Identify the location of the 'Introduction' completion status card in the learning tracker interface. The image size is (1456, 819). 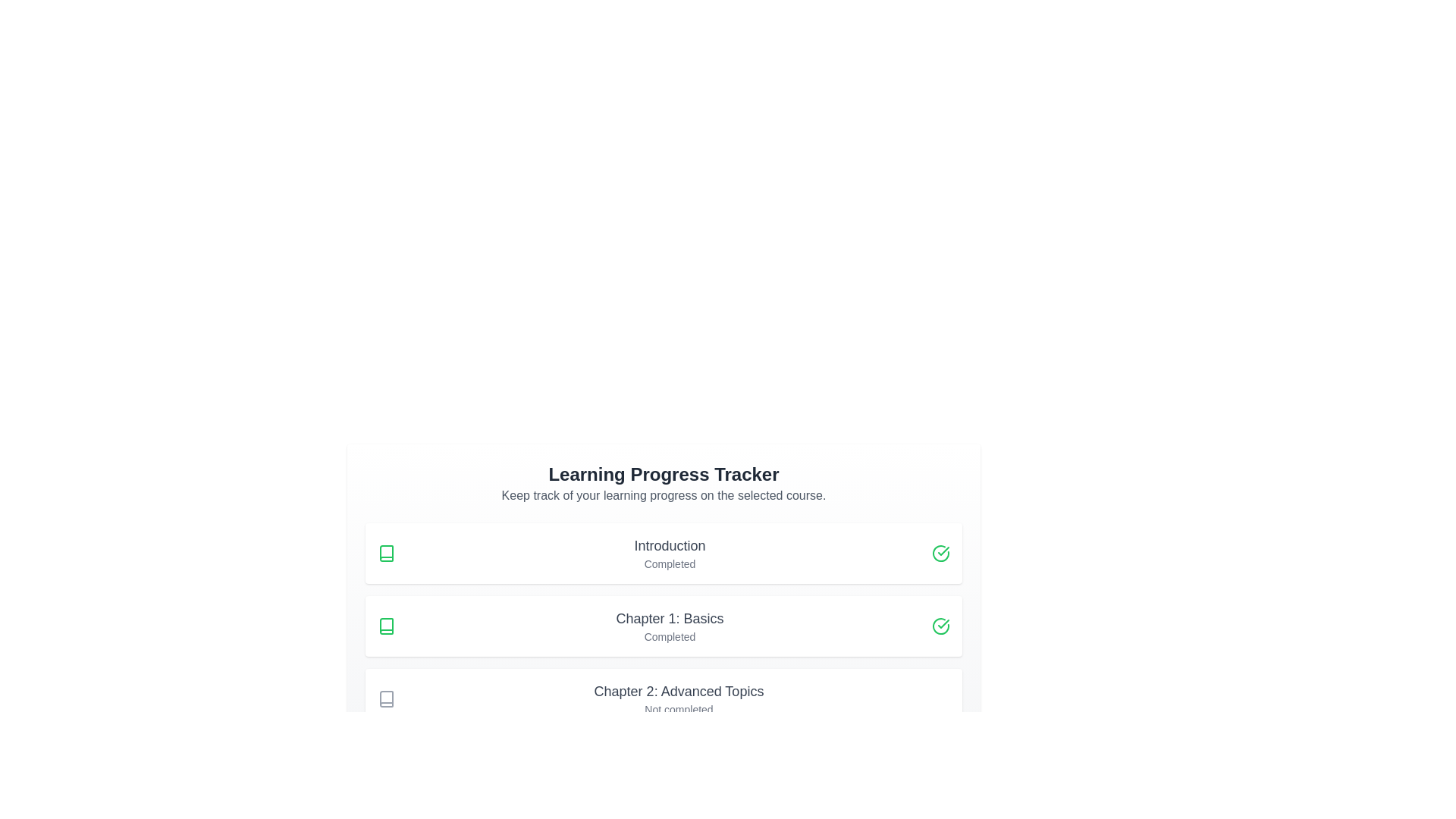
(664, 553).